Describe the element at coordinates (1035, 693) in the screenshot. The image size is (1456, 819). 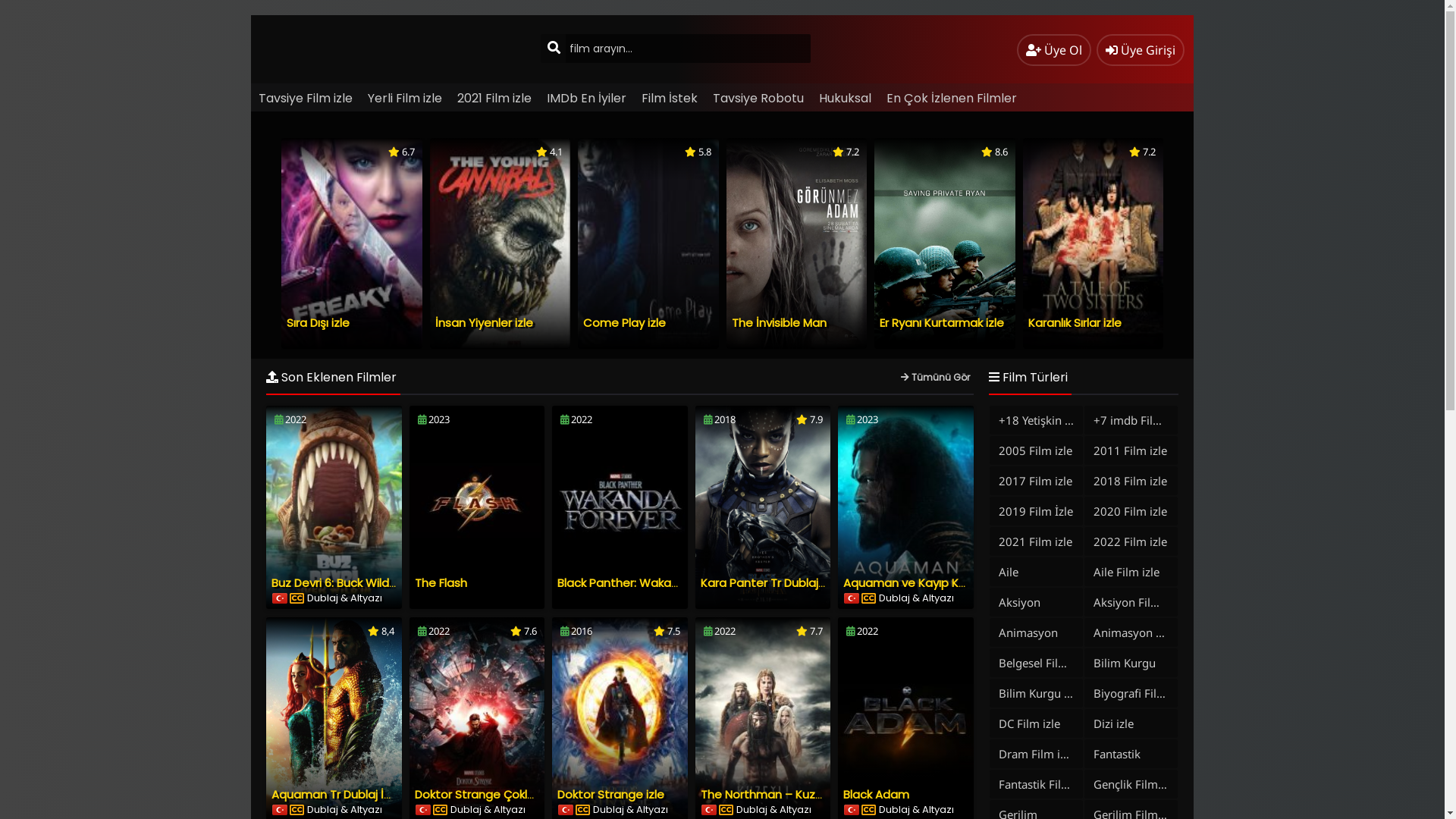
I see `'Bilim Kurgu Film izle'` at that location.